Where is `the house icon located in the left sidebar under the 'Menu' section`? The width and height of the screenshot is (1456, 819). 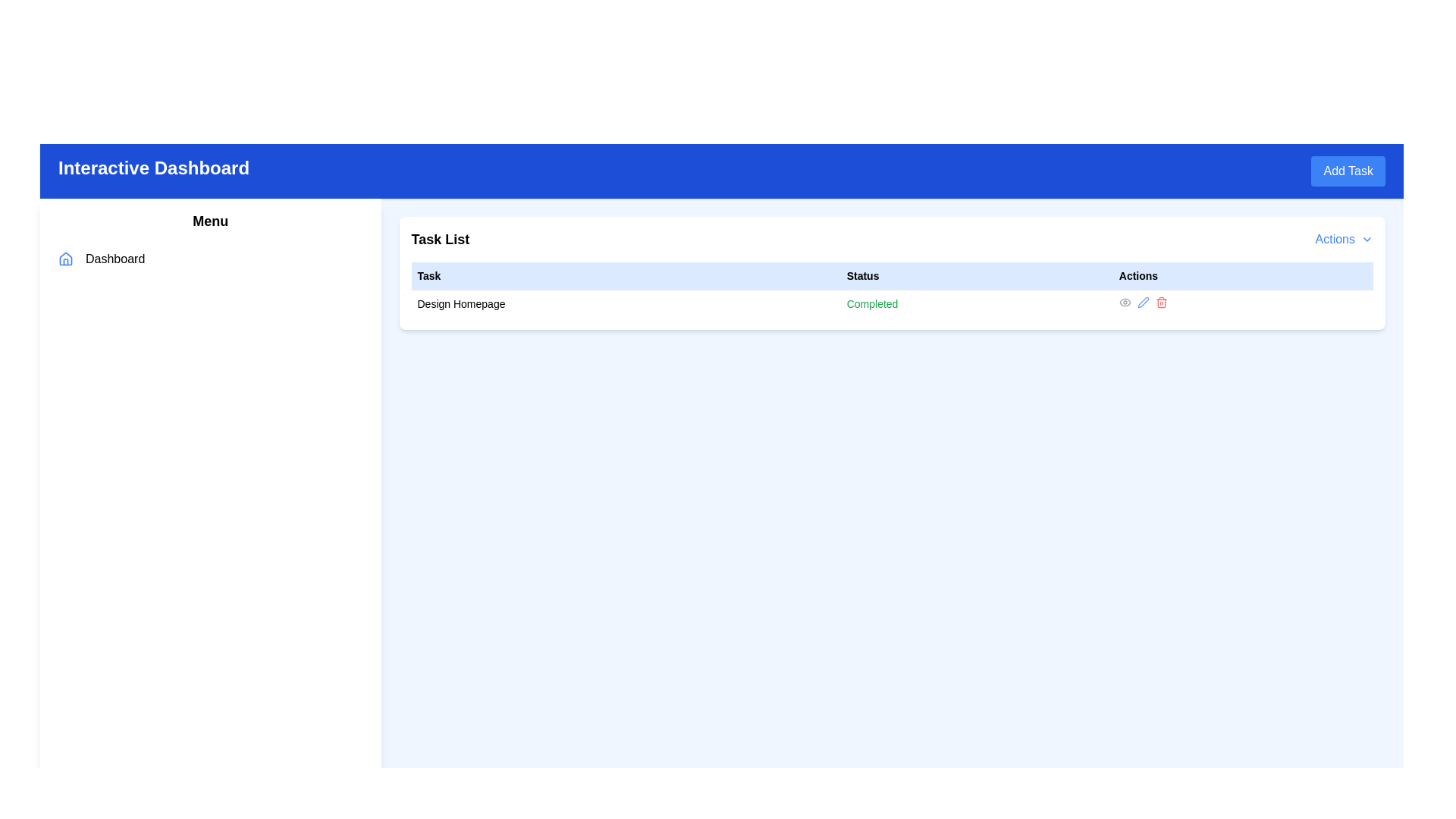 the house icon located in the left sidebar under the 'Menu' section is located at coordinates (64, 257).